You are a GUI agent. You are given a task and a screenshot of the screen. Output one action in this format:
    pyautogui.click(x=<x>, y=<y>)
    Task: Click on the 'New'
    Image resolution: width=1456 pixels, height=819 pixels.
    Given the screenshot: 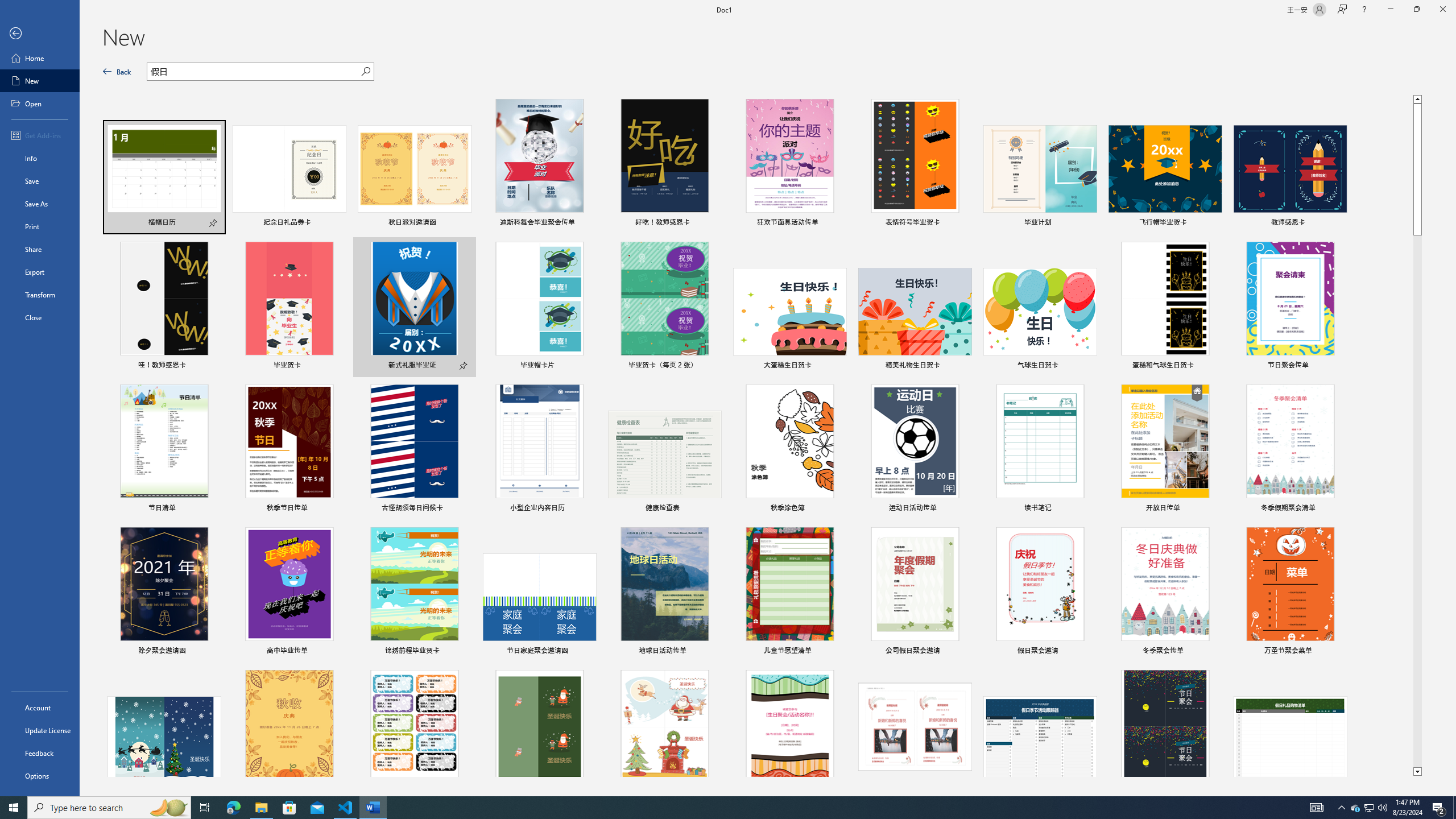 What is the action you would take?
    pyautogui.click(x=39, y=80)
    